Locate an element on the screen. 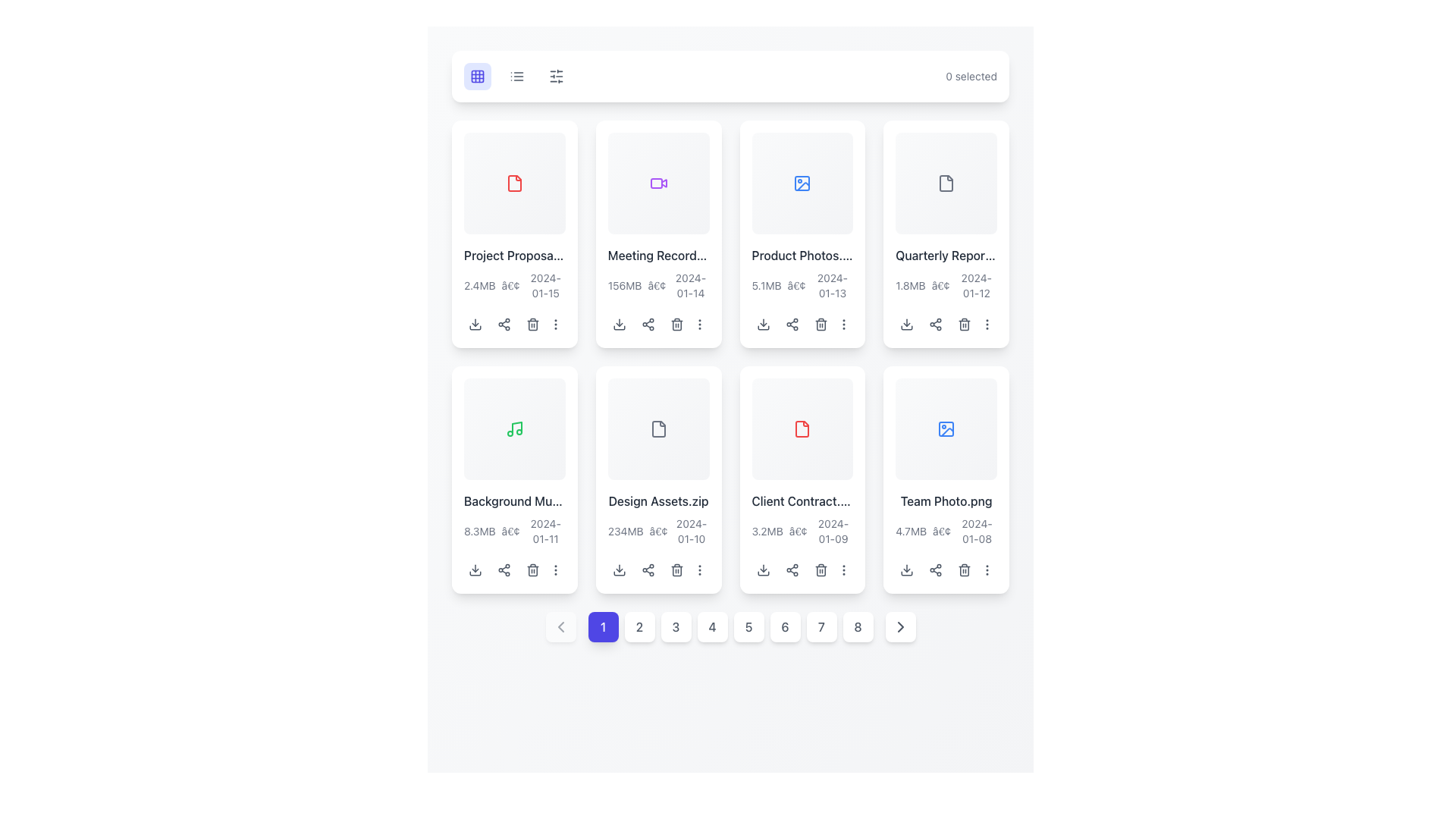 The width and height of the screenshot is (1456, 819). the Text Label displaying '3.2MB' that is part of the file details for 'Client Contract.pdf' in the grid layout is located at coordinates (767, 530).